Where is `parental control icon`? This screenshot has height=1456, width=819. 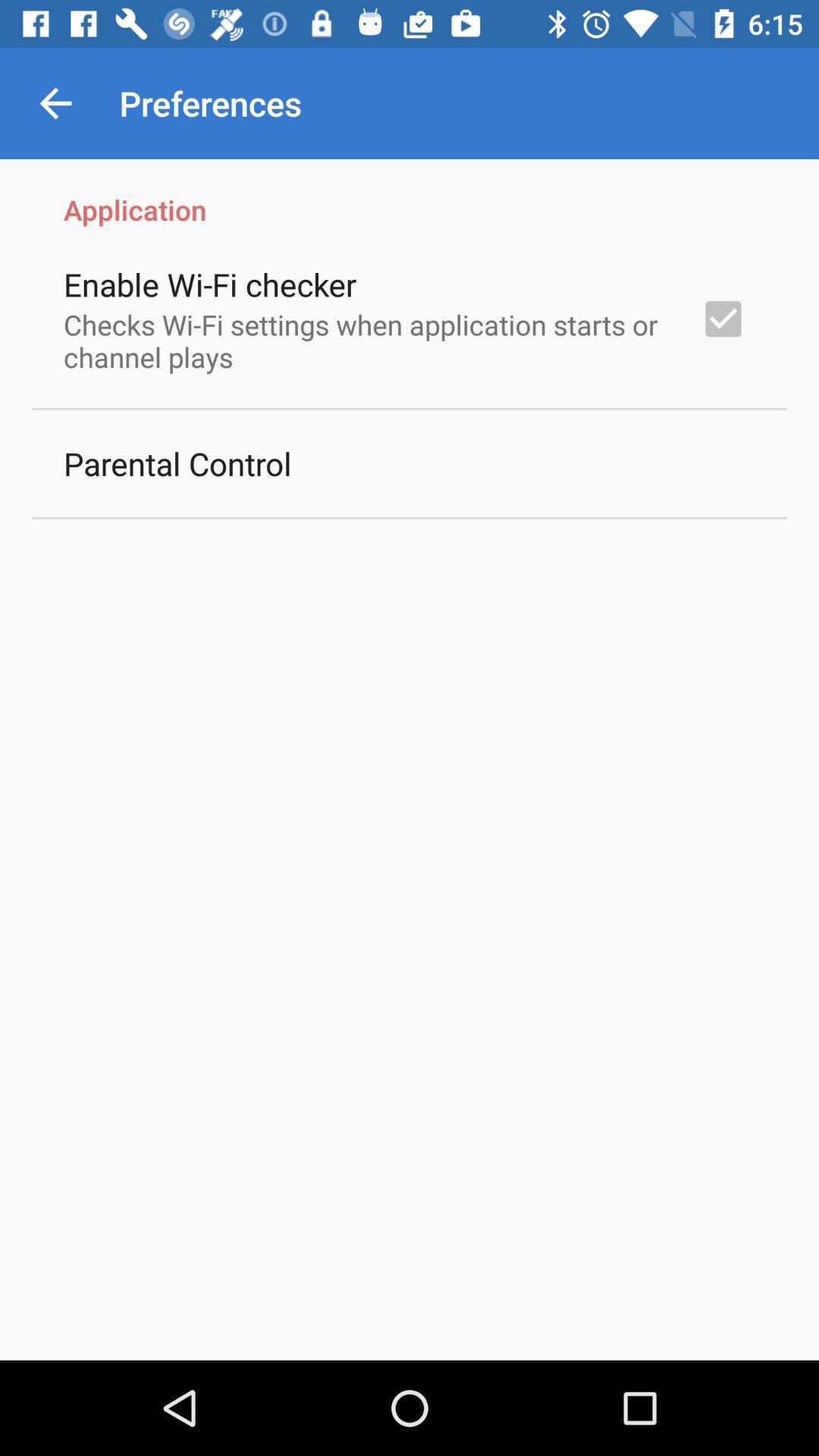
parental control icon is located at coordinates (177, 463).